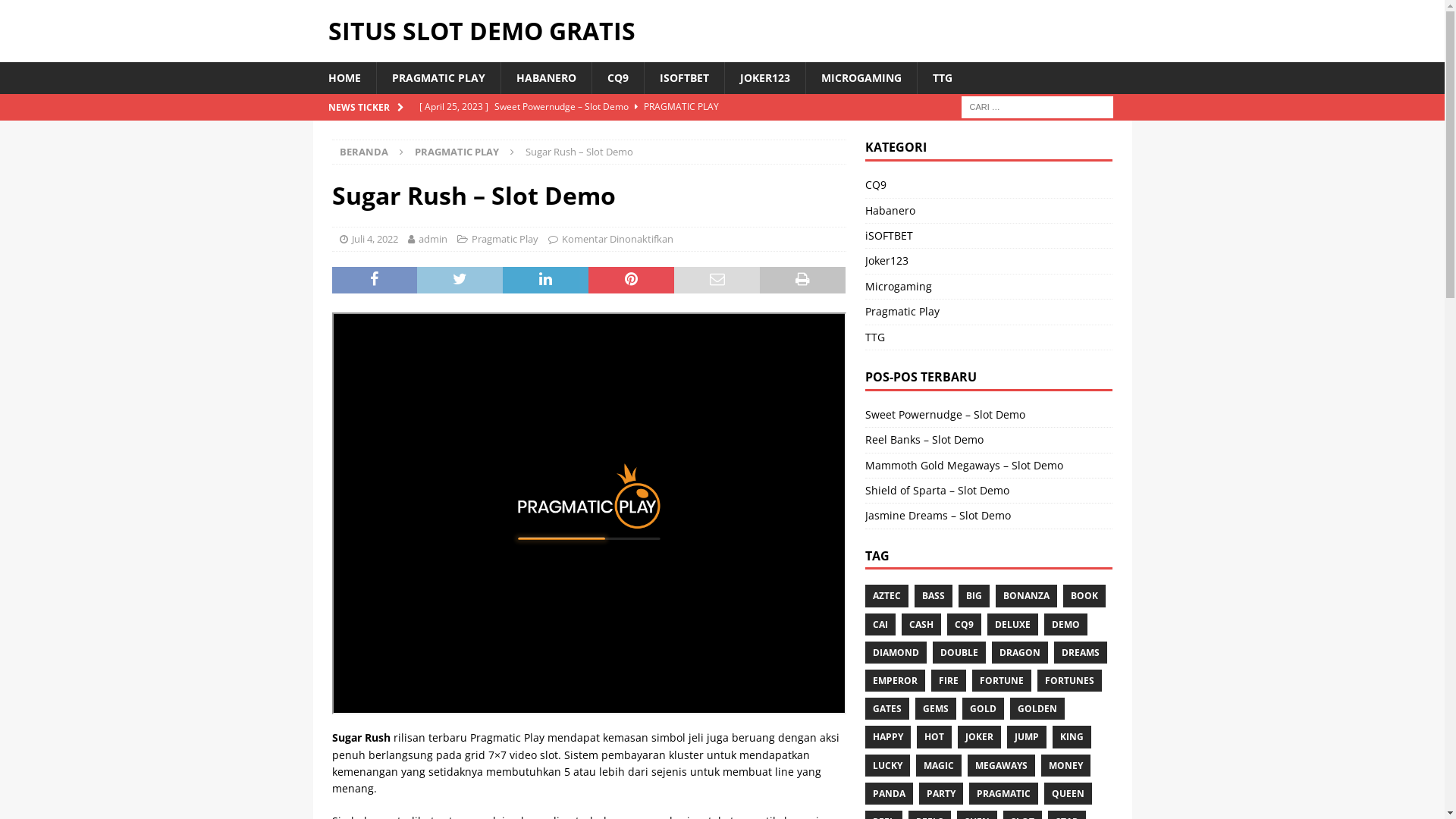  I want to click on 'TTG', so click(940, 78).